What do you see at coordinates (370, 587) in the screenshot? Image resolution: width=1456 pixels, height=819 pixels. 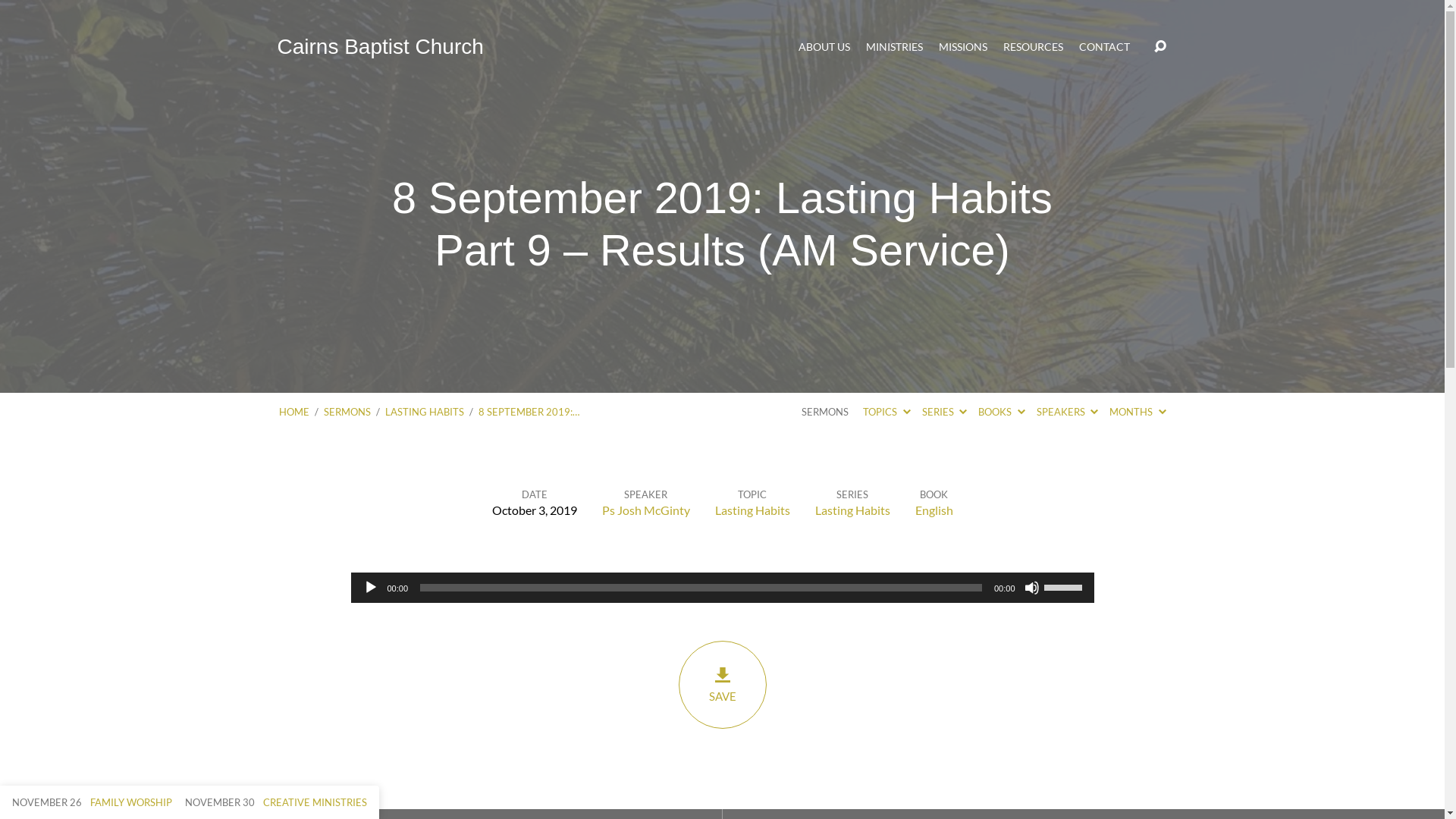 I see `'Play'` at bounding box center [370, 587].